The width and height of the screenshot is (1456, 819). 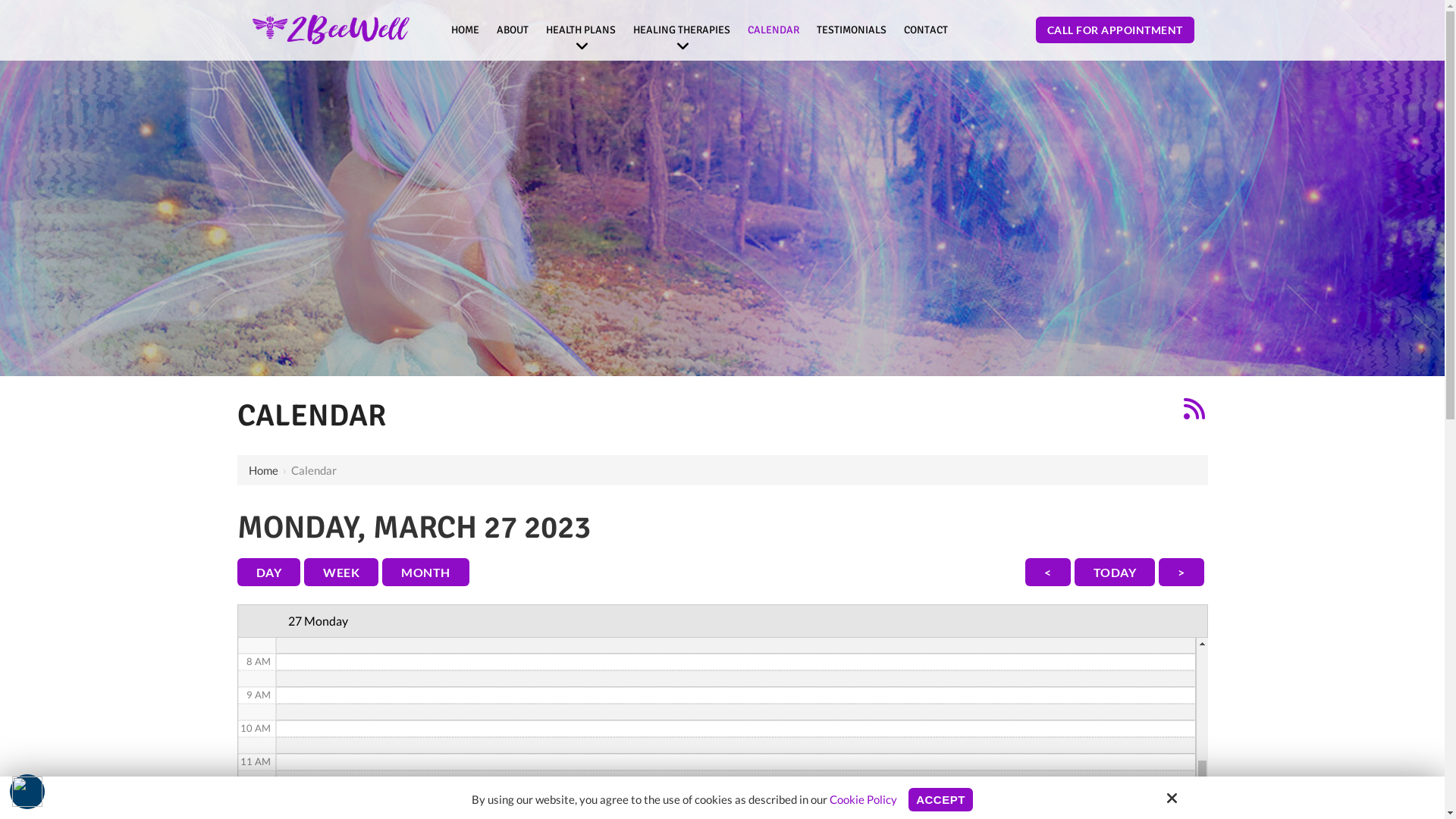 I want to click on 'CALENDAR', so click(x=773, y=30).